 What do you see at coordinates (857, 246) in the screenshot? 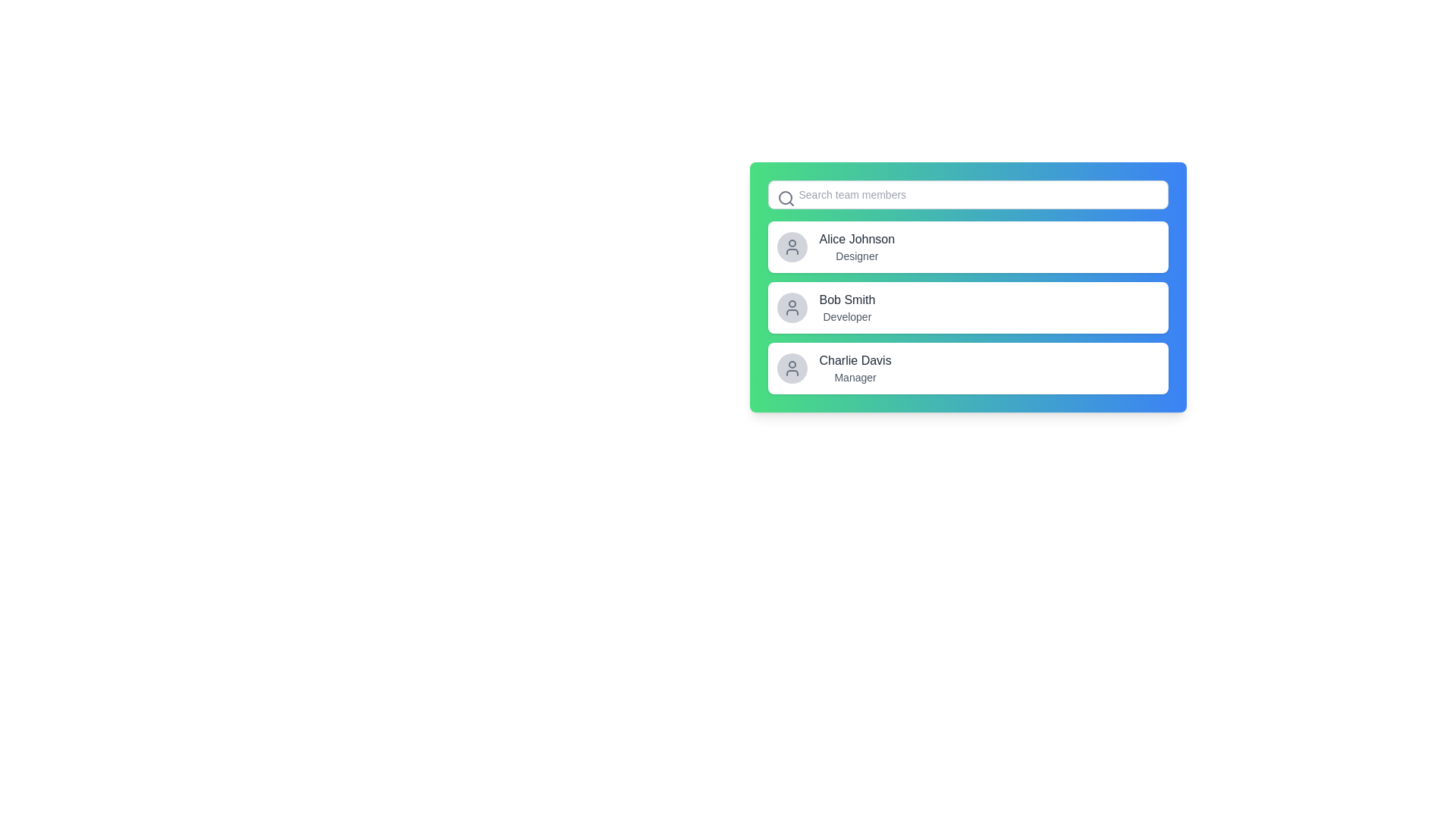
I see `the Label element displaying 'Alice Johnson' and 'Designer', which is part of a card-like structure positioned at the upper part of a vertical stack` at bounding box center [857, 246].